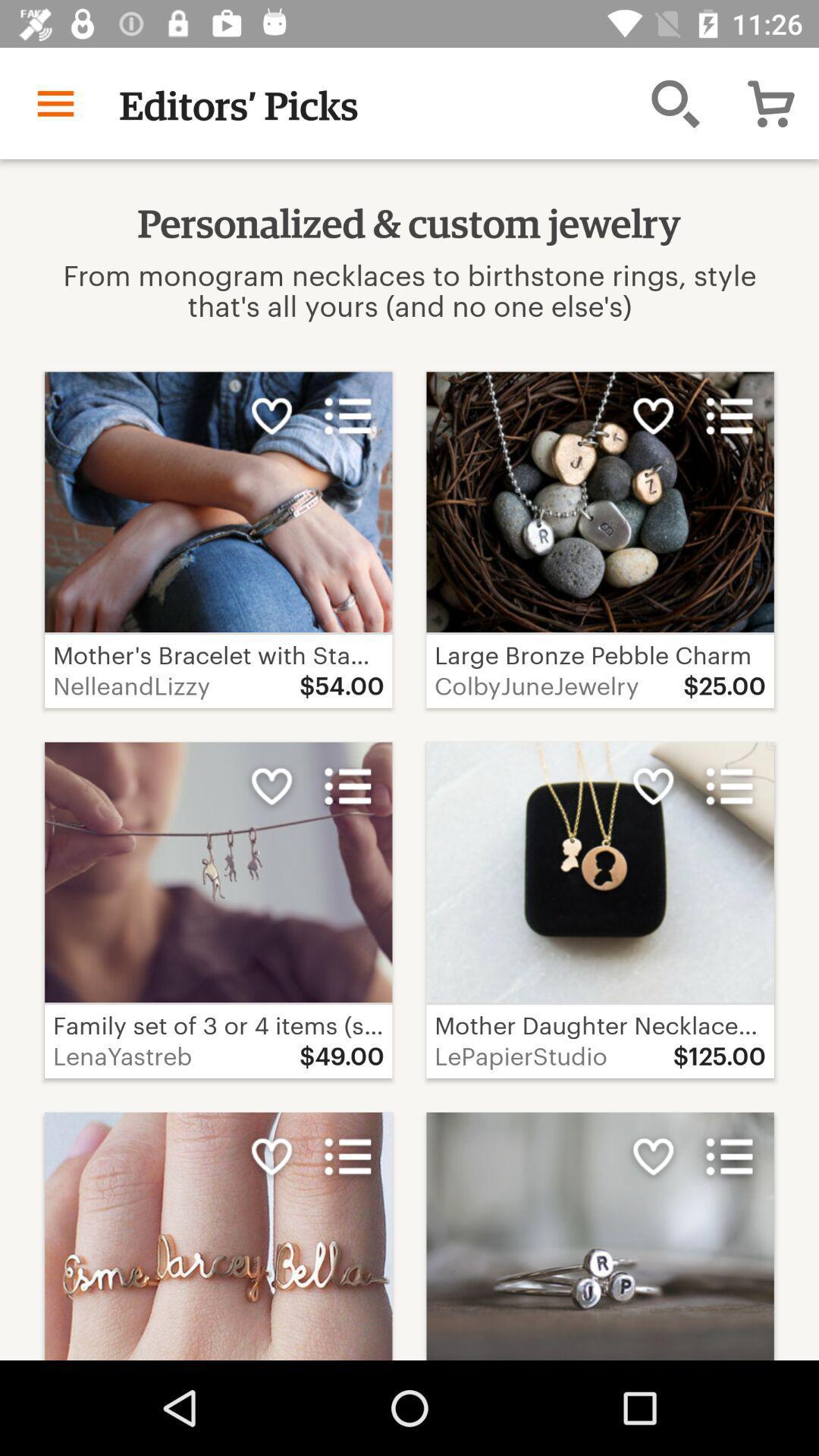  I want to click on favorite symbol of first image in third row from right side, so click(652, 1156).